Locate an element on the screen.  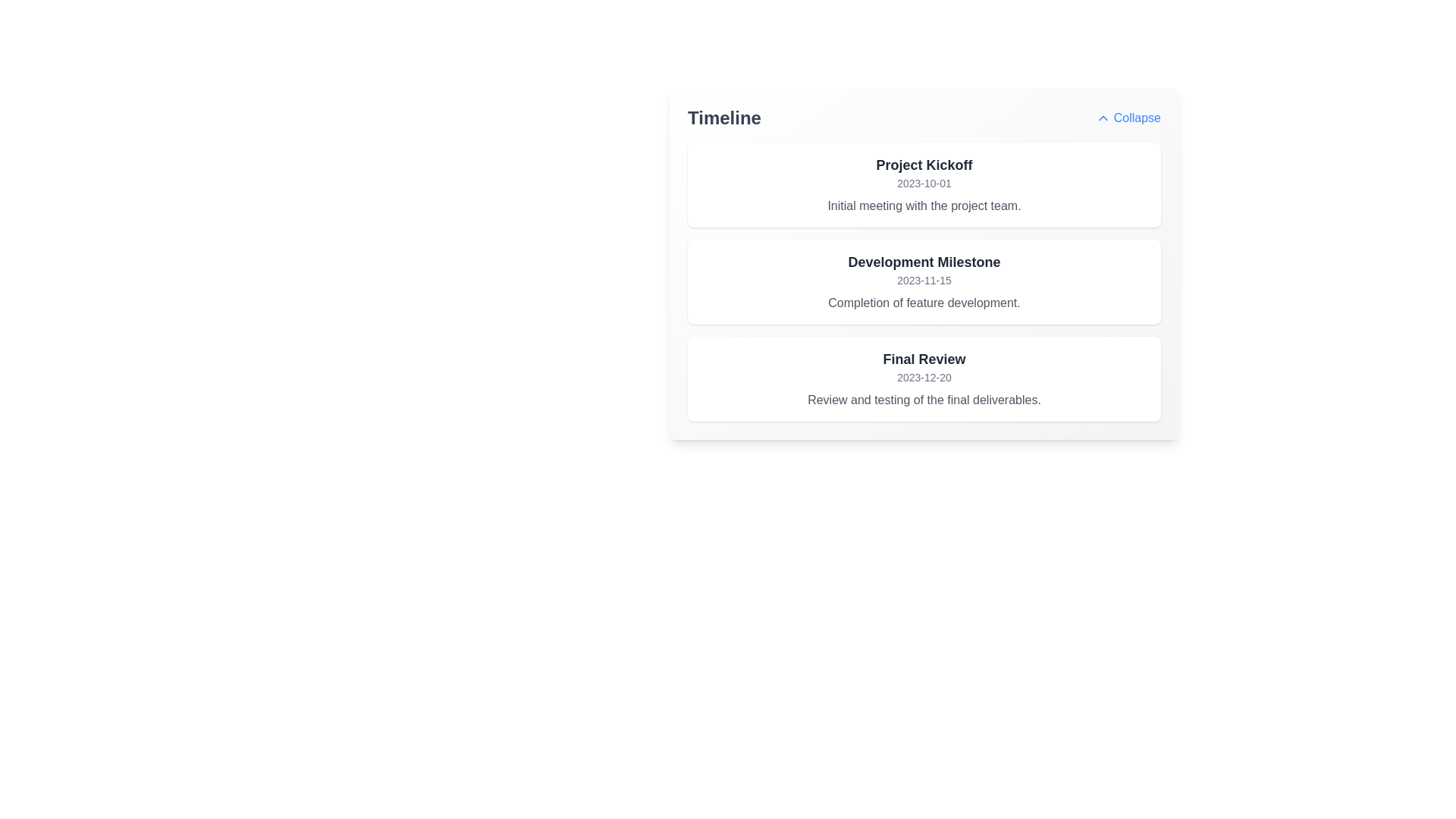
date display text element indicating '2023-10-01', which is styled in a small gray font beneath the title 'Project Kickoff' and above the description 'Initial meeting with the project team' is located at coordinates (924, 183).